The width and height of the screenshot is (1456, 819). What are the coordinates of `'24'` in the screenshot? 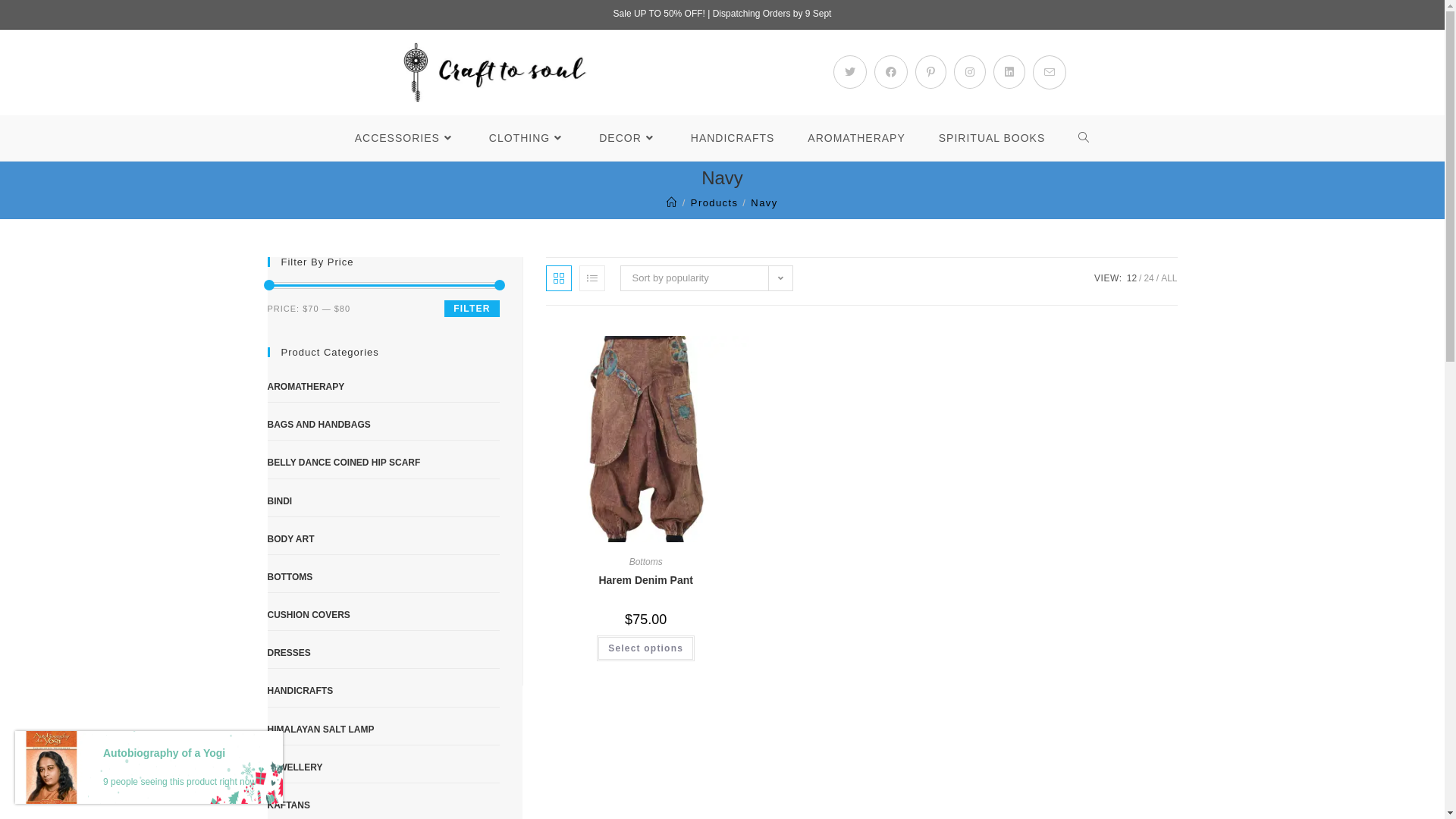 It's located at (1148, 278).